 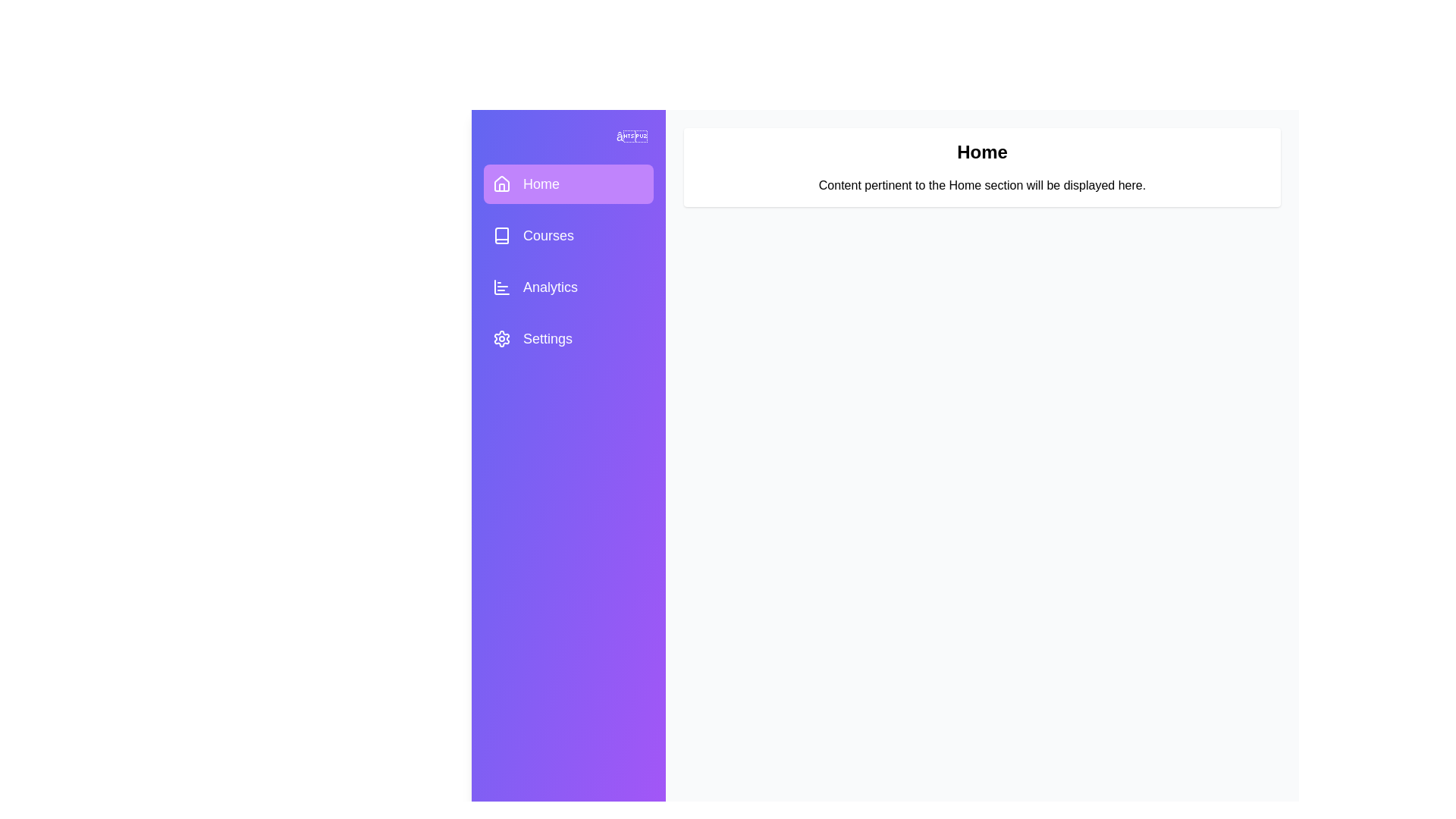 I want to click on the toggle button to change the drawer's state, so click(x=632, y=137).